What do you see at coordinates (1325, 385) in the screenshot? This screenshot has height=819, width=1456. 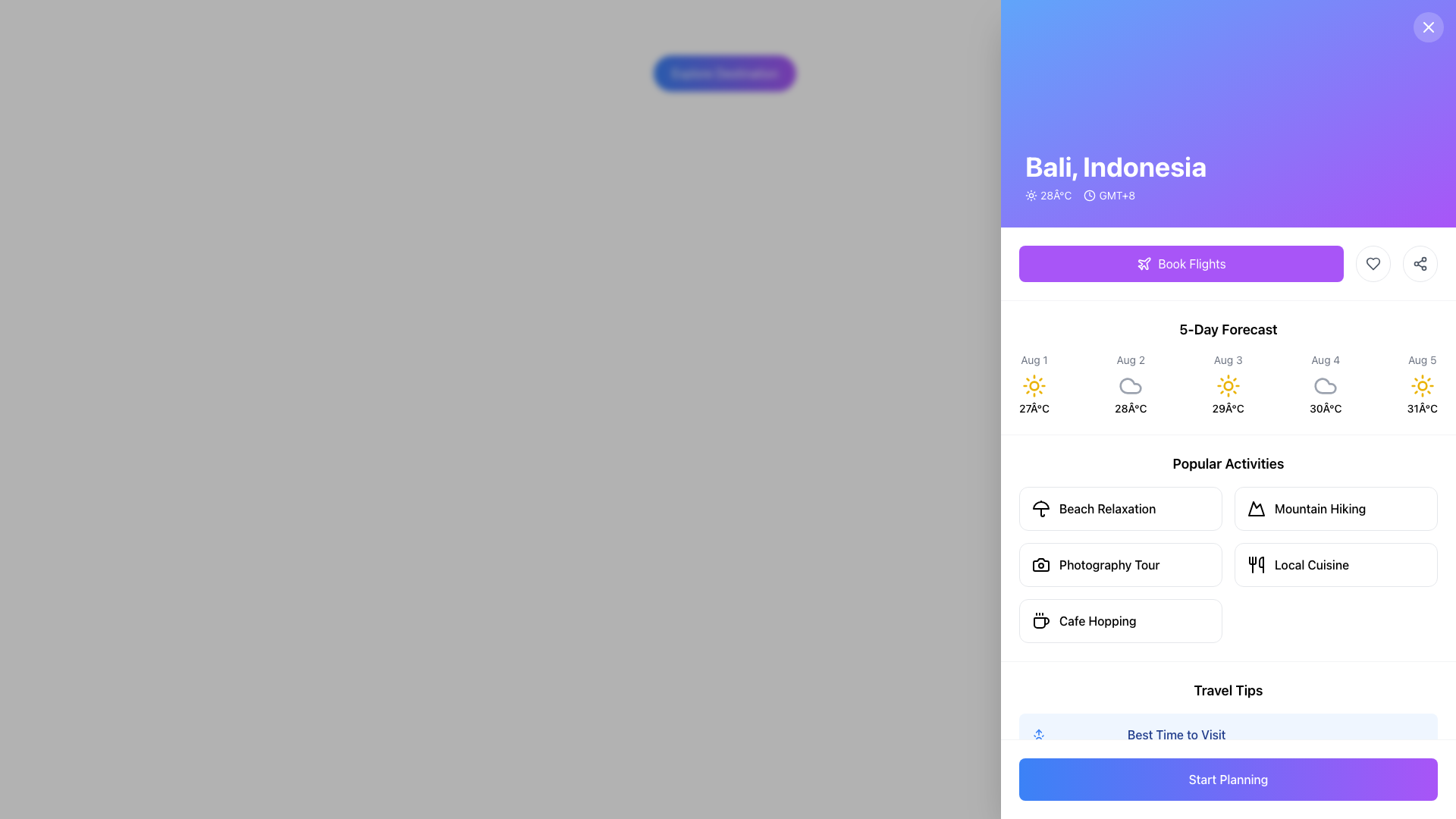 I see `the cloudiness icon representing the weather forecast for August 4, which is located beneath the 'Aug 4' label and above the '30°C' temperature label` at bounding box center [1325, 385].